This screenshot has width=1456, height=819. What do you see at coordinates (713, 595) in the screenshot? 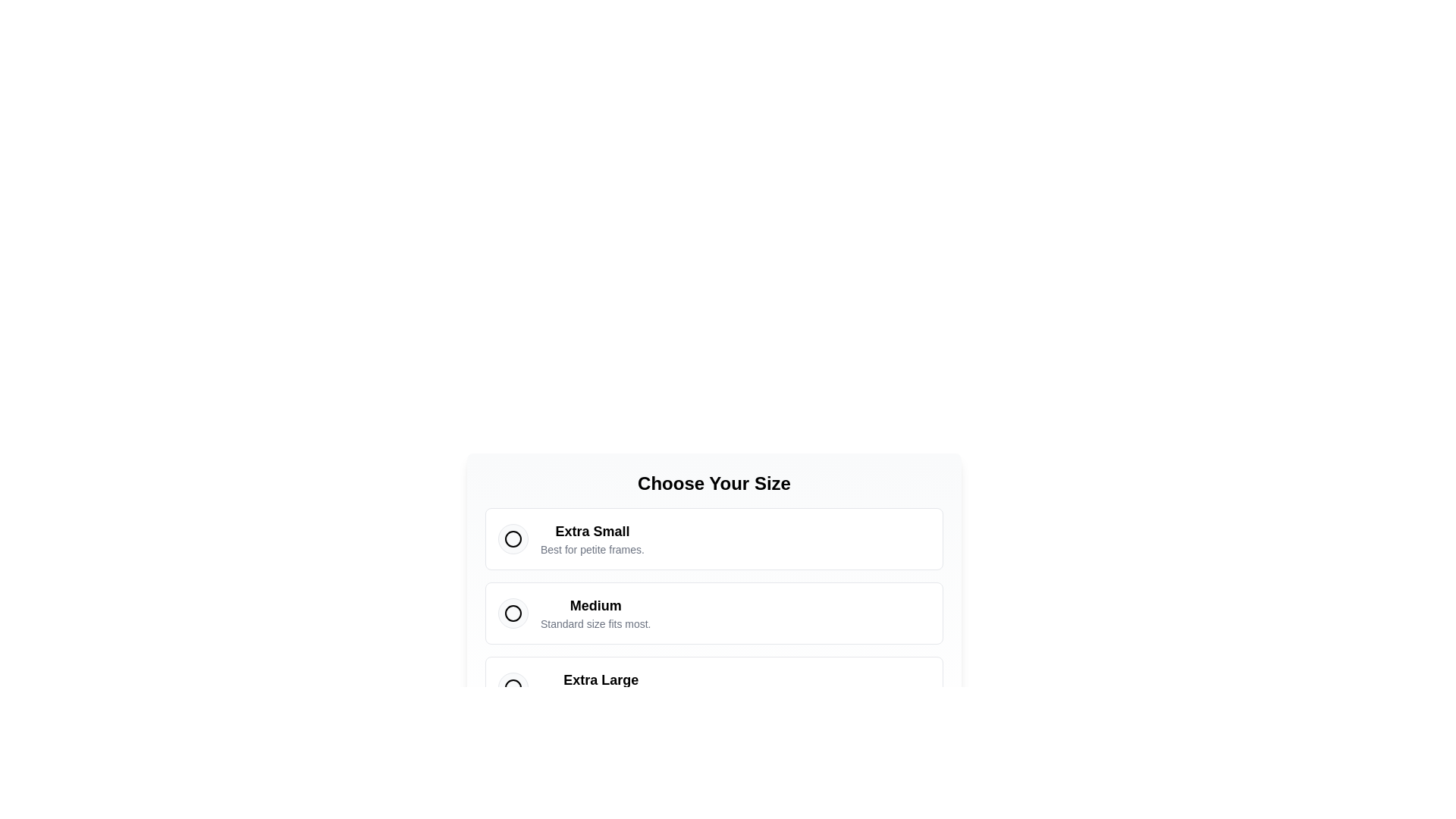
I see `the 'Medium' size selectable option in the size choice list` at bounding box center [713, 595].